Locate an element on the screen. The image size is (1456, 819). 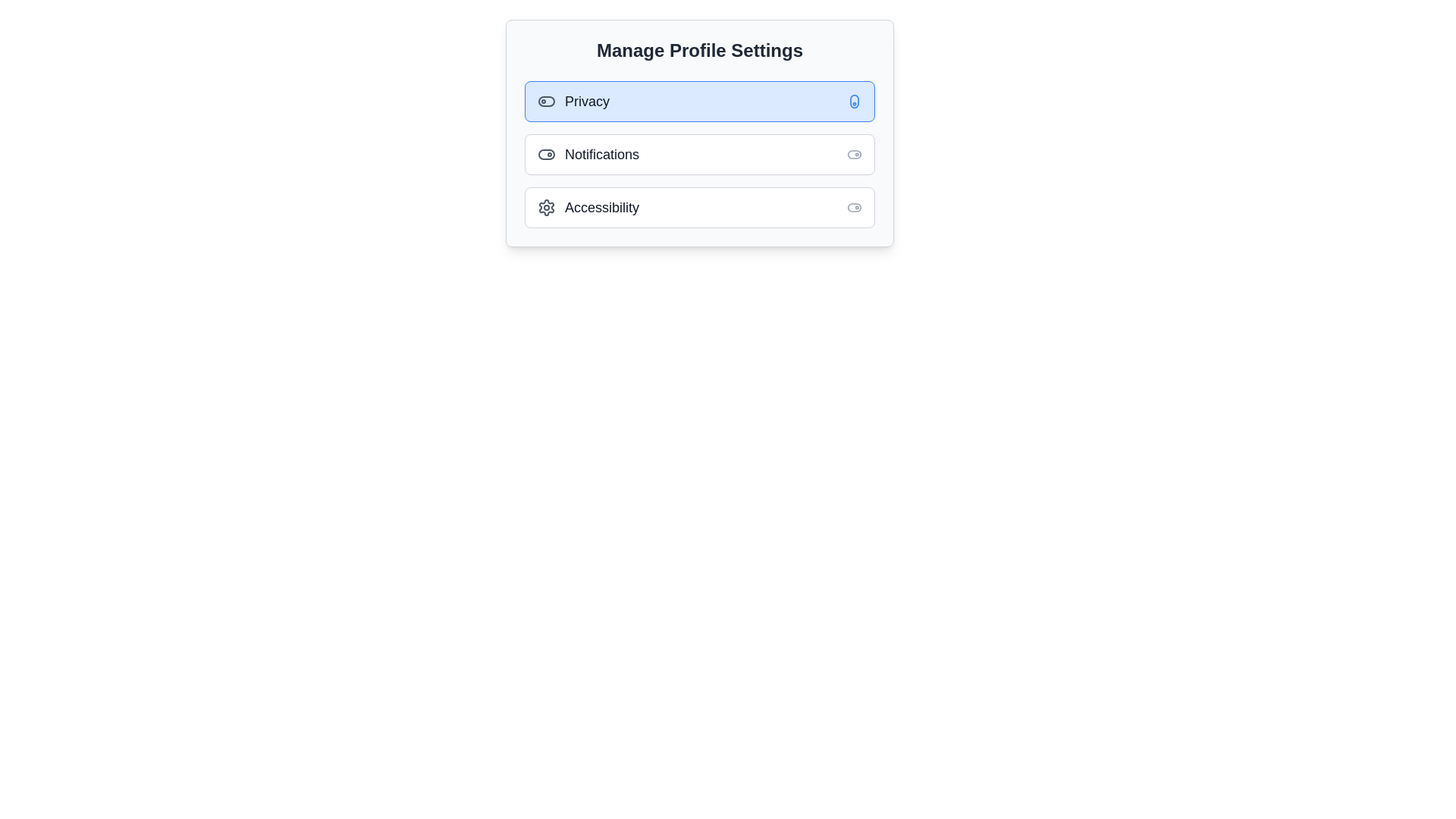
the 'Privacy' text label element, which is styled with a medium font weight and grey color, located in the 'Manage Profile Settings' section to the right of a toggle icon is located at coordinates (586, 102).